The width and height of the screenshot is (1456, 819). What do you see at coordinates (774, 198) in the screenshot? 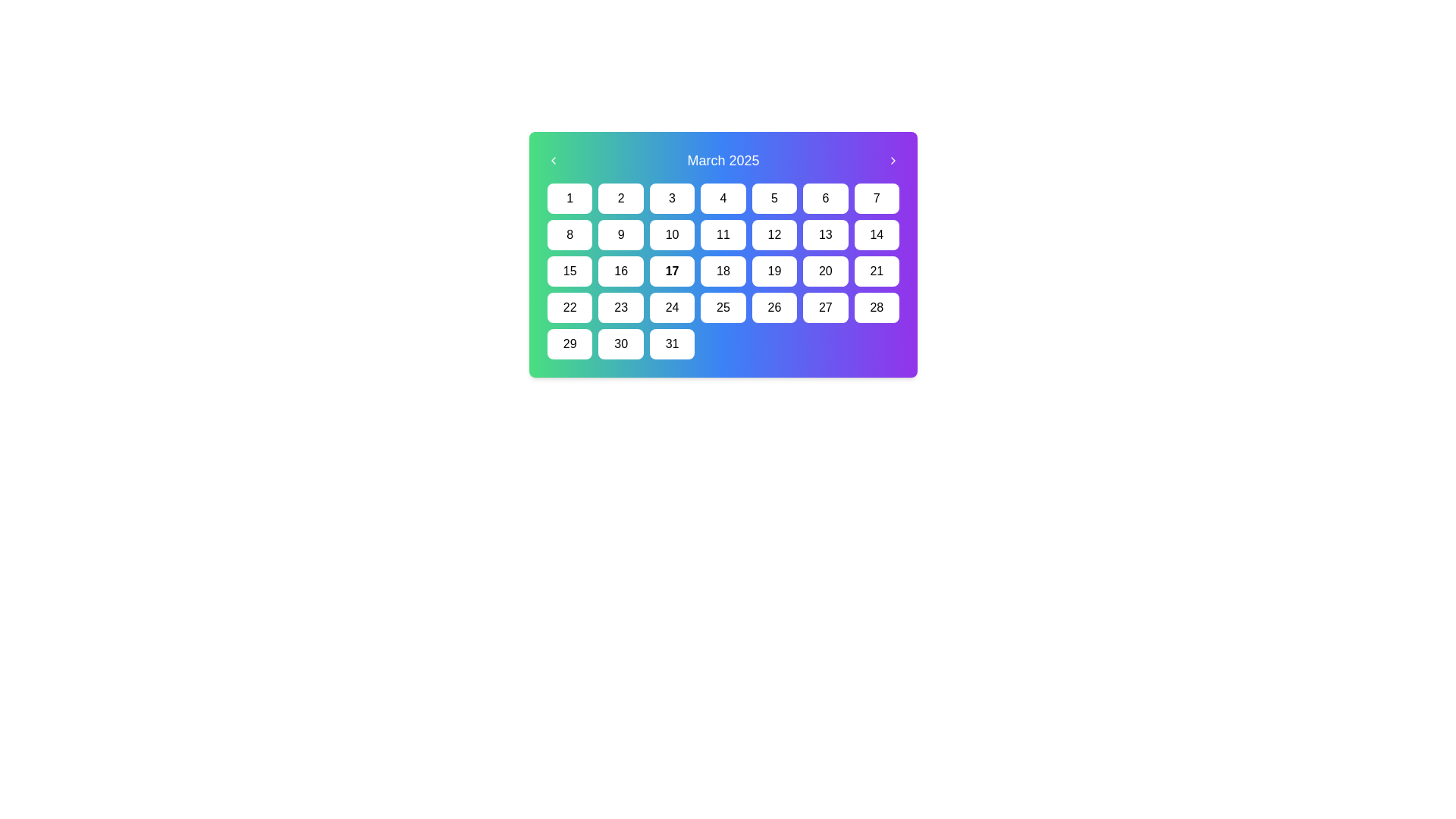
I see `the button representing the 5th day of the month on the calendar interface` at bounding box center [774, 198].